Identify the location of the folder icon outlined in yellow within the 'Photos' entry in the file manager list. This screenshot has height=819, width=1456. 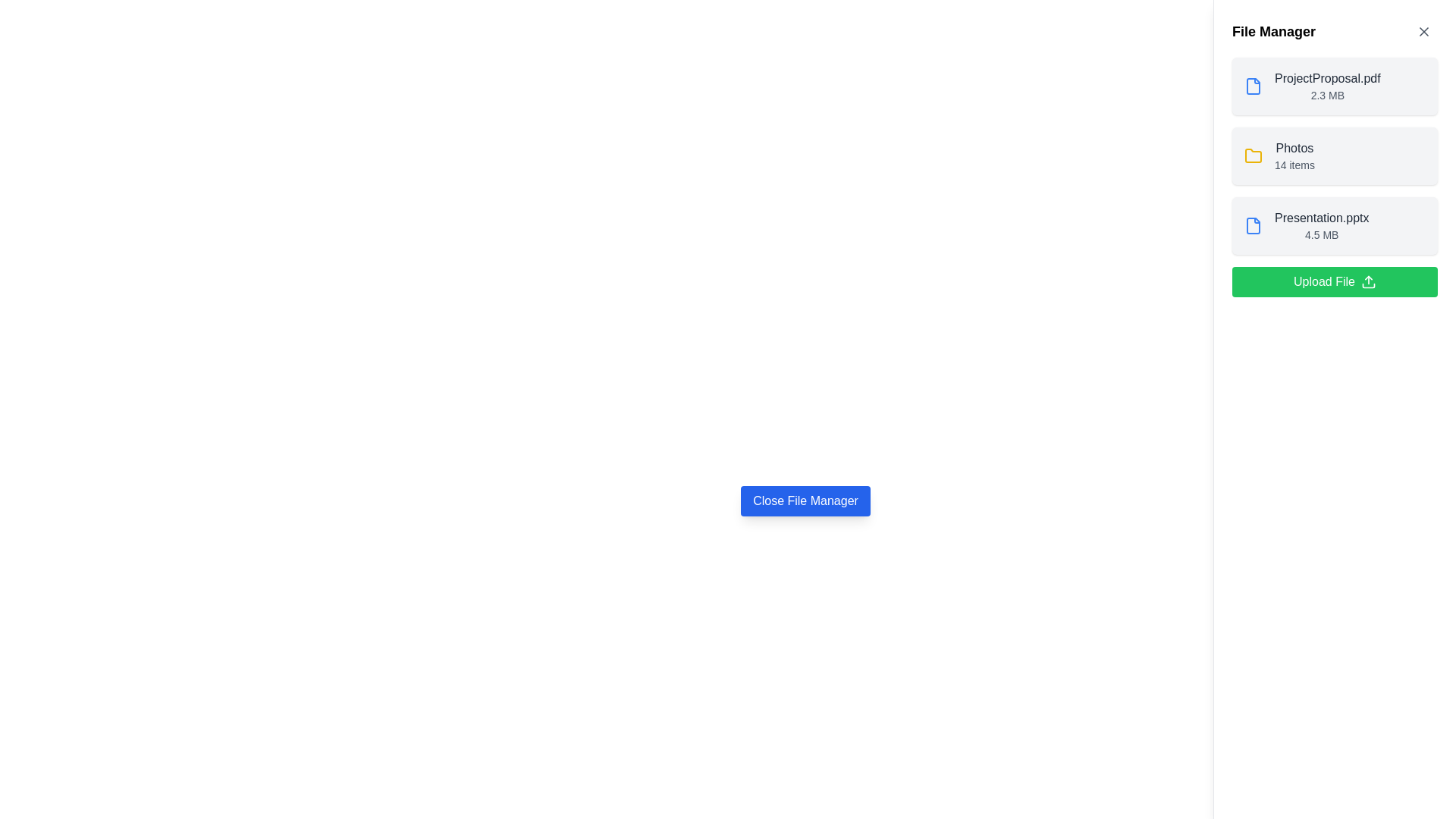
(1253, 155).